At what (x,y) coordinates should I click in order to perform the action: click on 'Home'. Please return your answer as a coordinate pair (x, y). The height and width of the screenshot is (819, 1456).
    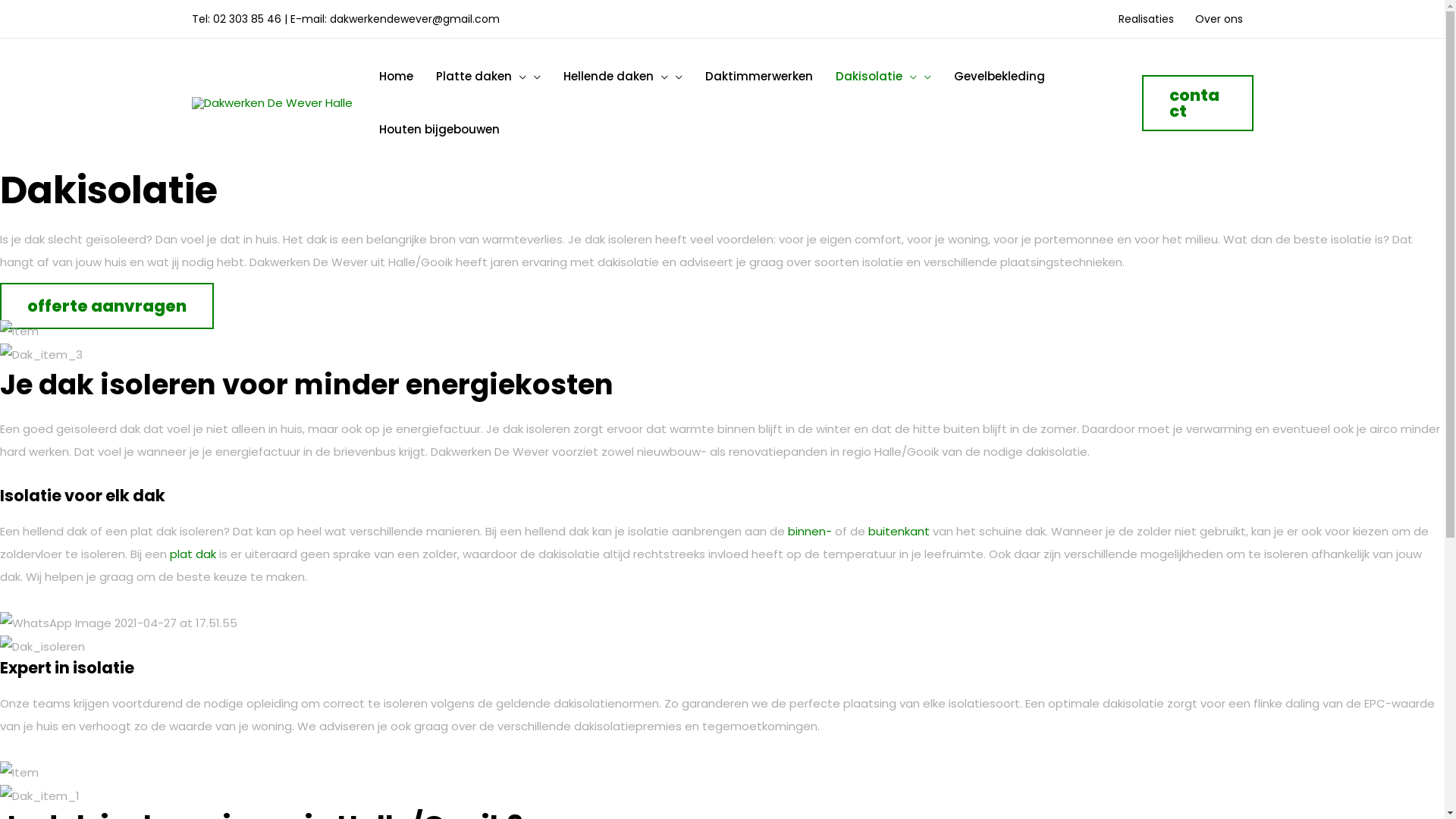
    Looking at the image, I should click on (395, 76).